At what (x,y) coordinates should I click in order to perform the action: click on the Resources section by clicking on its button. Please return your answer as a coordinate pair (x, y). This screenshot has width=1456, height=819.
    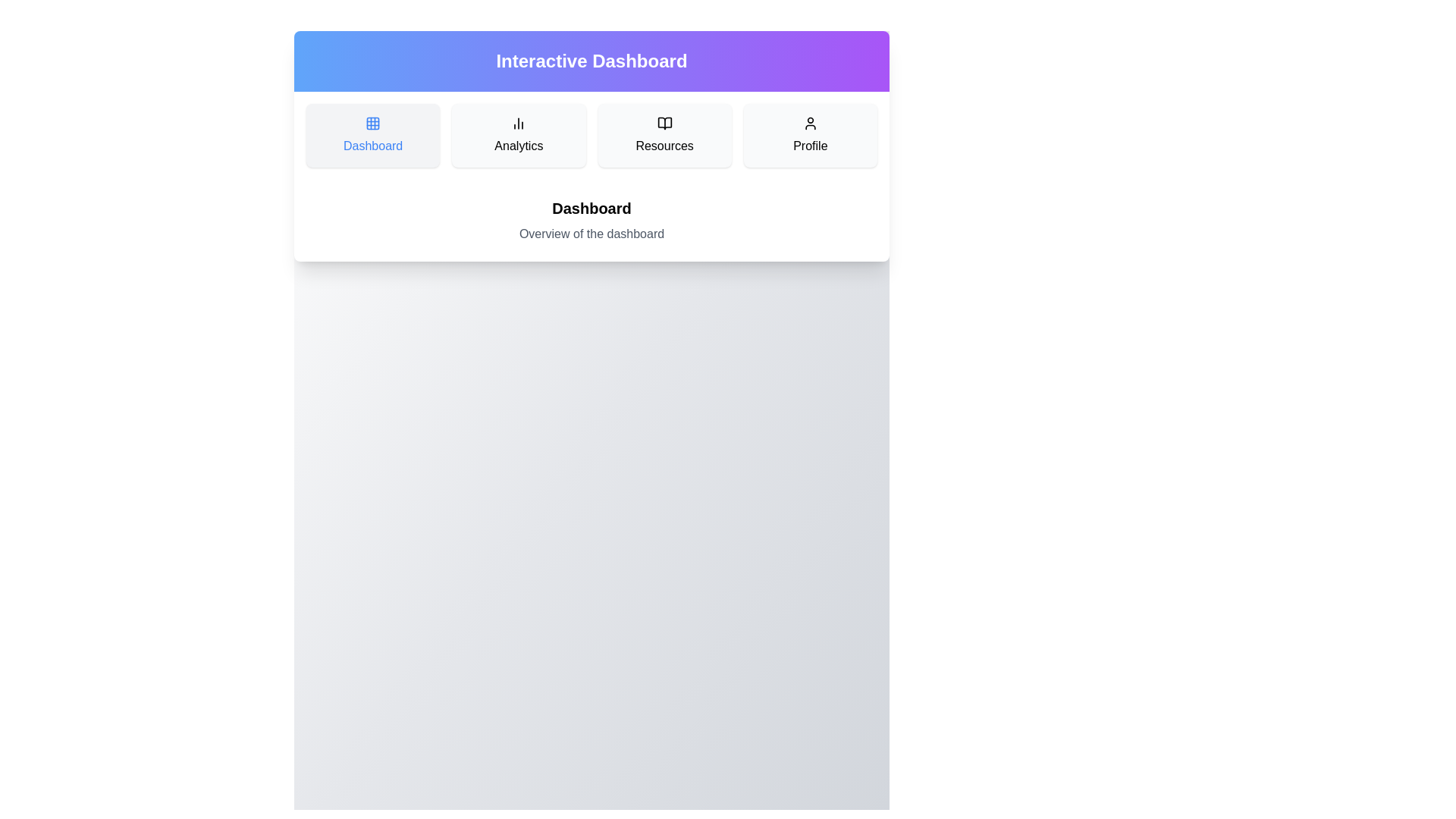
    Looking at the image, I should click on (664, 134).